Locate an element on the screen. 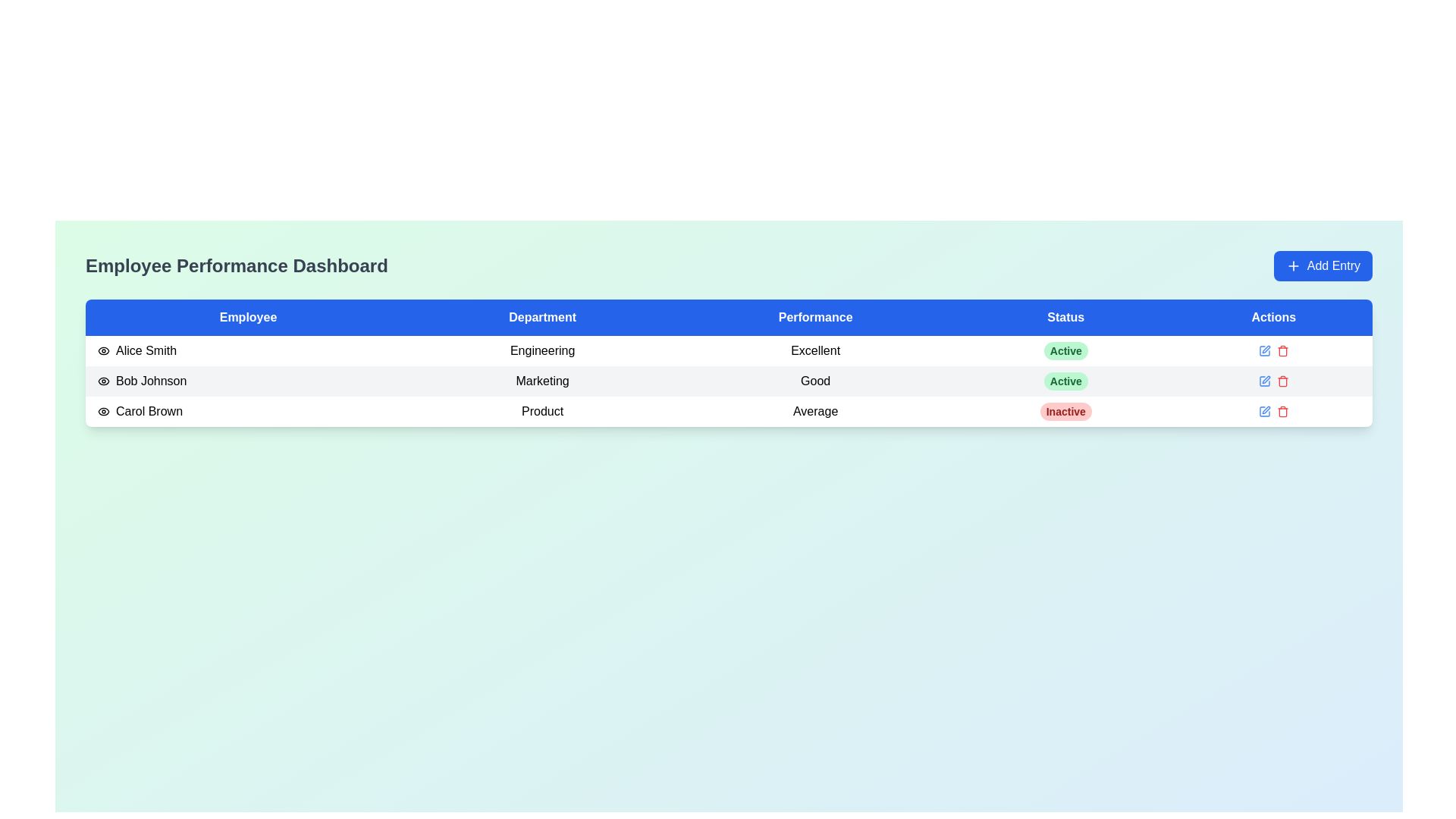 The image size is (1456, 819). the details of the pencil icon representing the editing action located in the rightmost column labeled 'Actions' in the table for 'Bob Johnson' is located at coordinates (1264, 380).